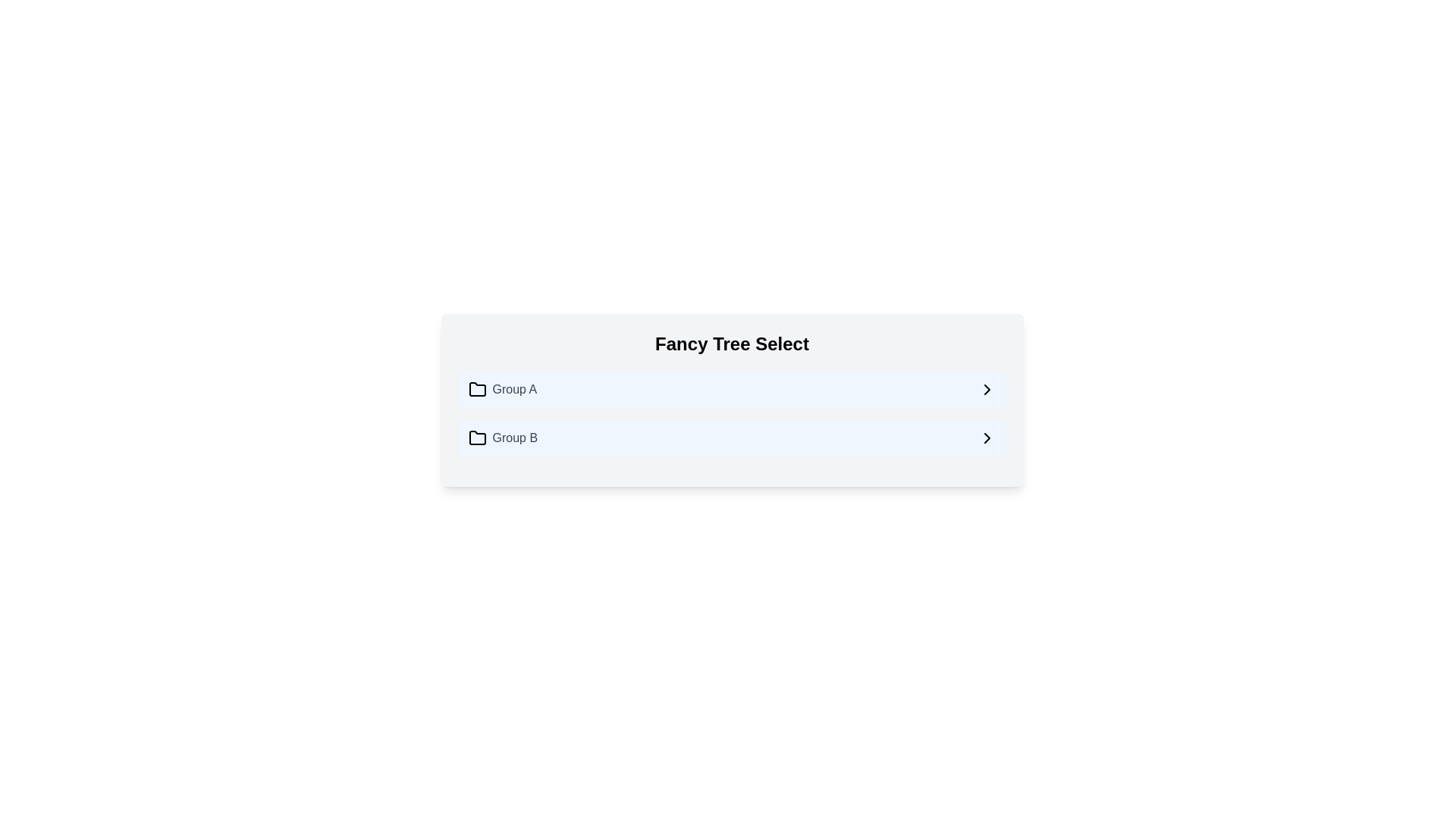 The width and height of the screenshot is (1456, 819). What do you see at coordinates (502, 388) in the screenshot?
I see `the first list item labeled 'Group A' which has a folder icon on the left` at bounding box center [502, 388].